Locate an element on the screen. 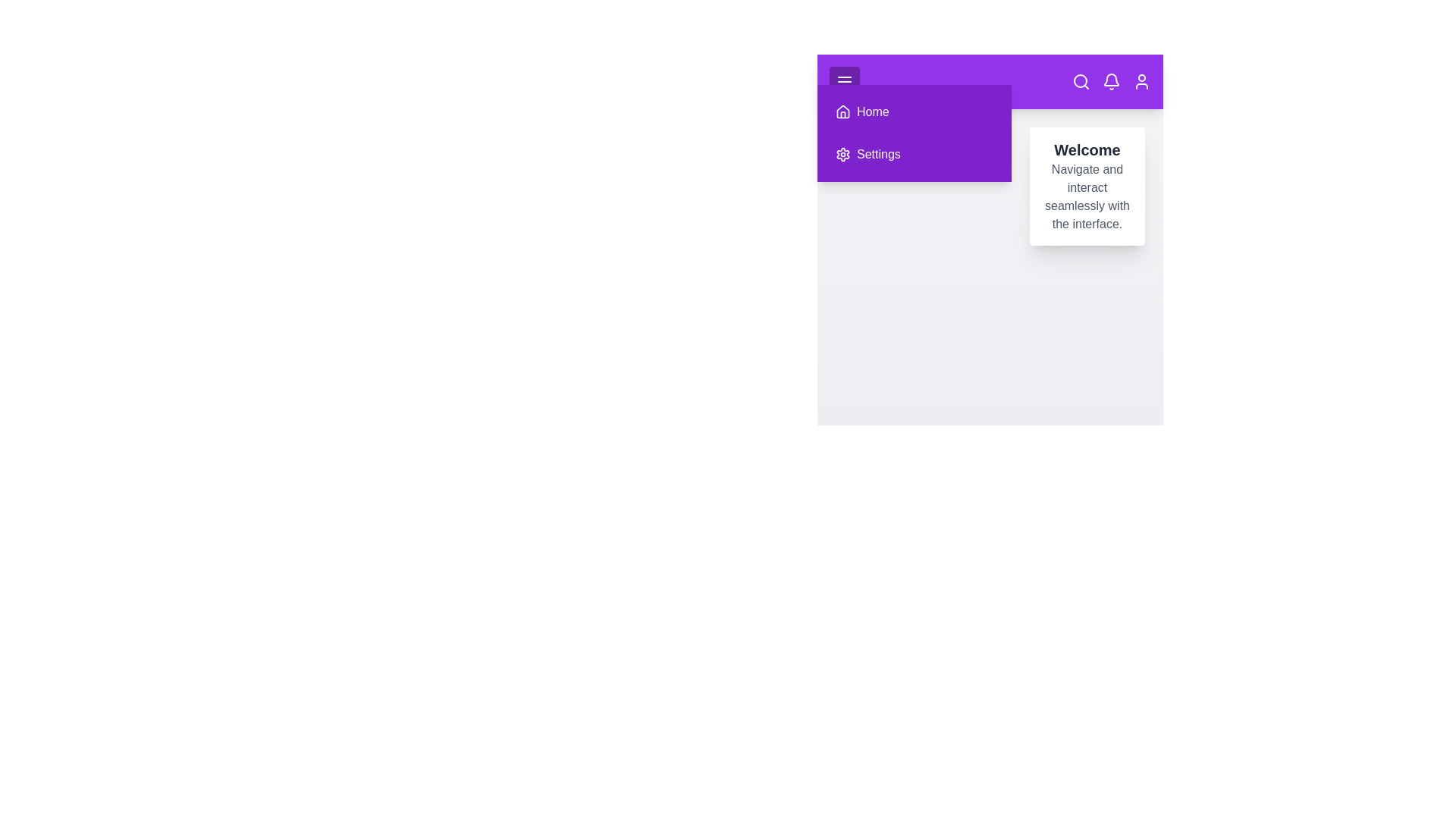  menu button to toggle the navigation menu visibility is located at coordinates (843, 82).